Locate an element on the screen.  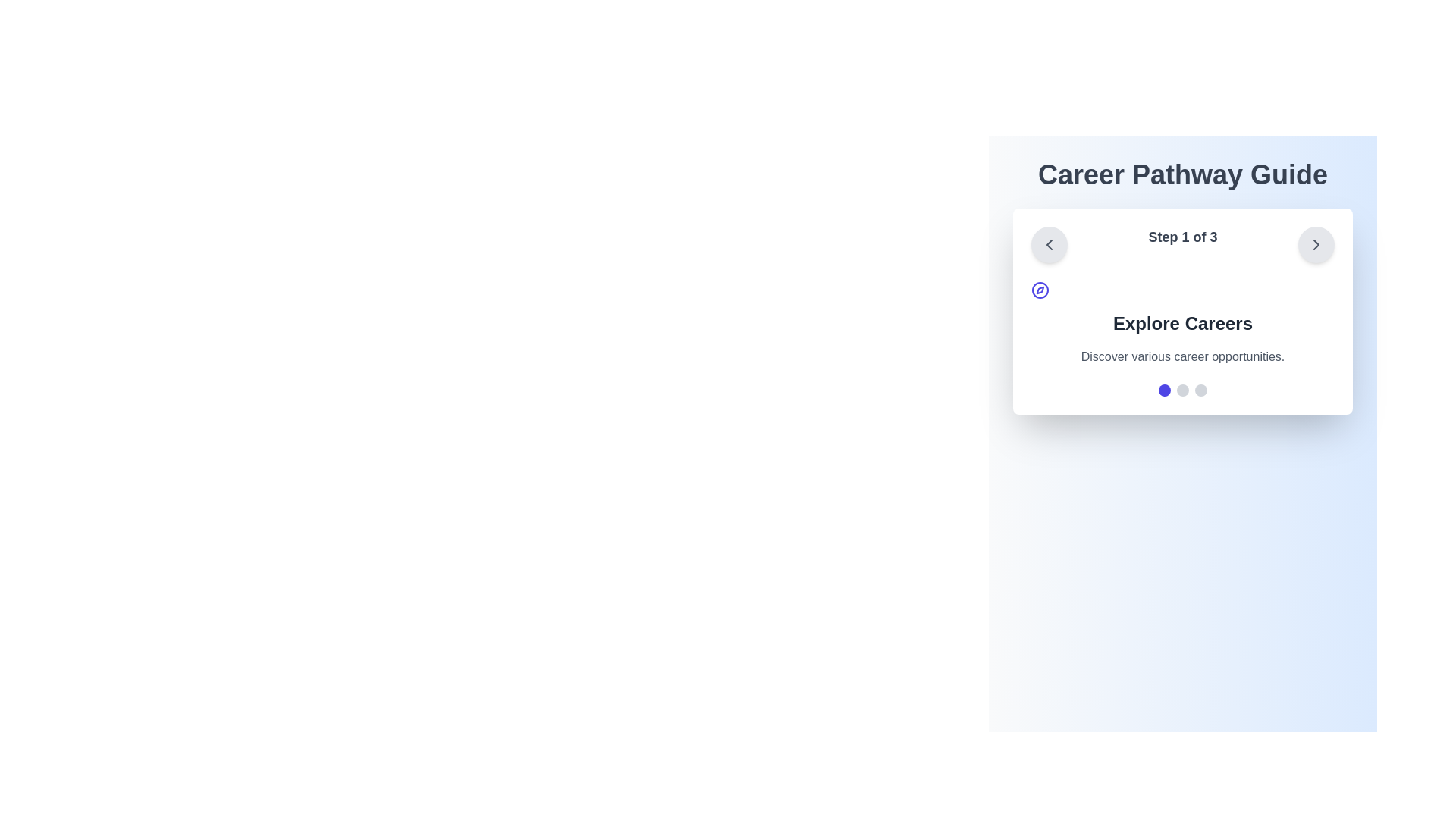
the first circle indicator in the Career Pathway Guide card is located at coordinates (1164, 390).